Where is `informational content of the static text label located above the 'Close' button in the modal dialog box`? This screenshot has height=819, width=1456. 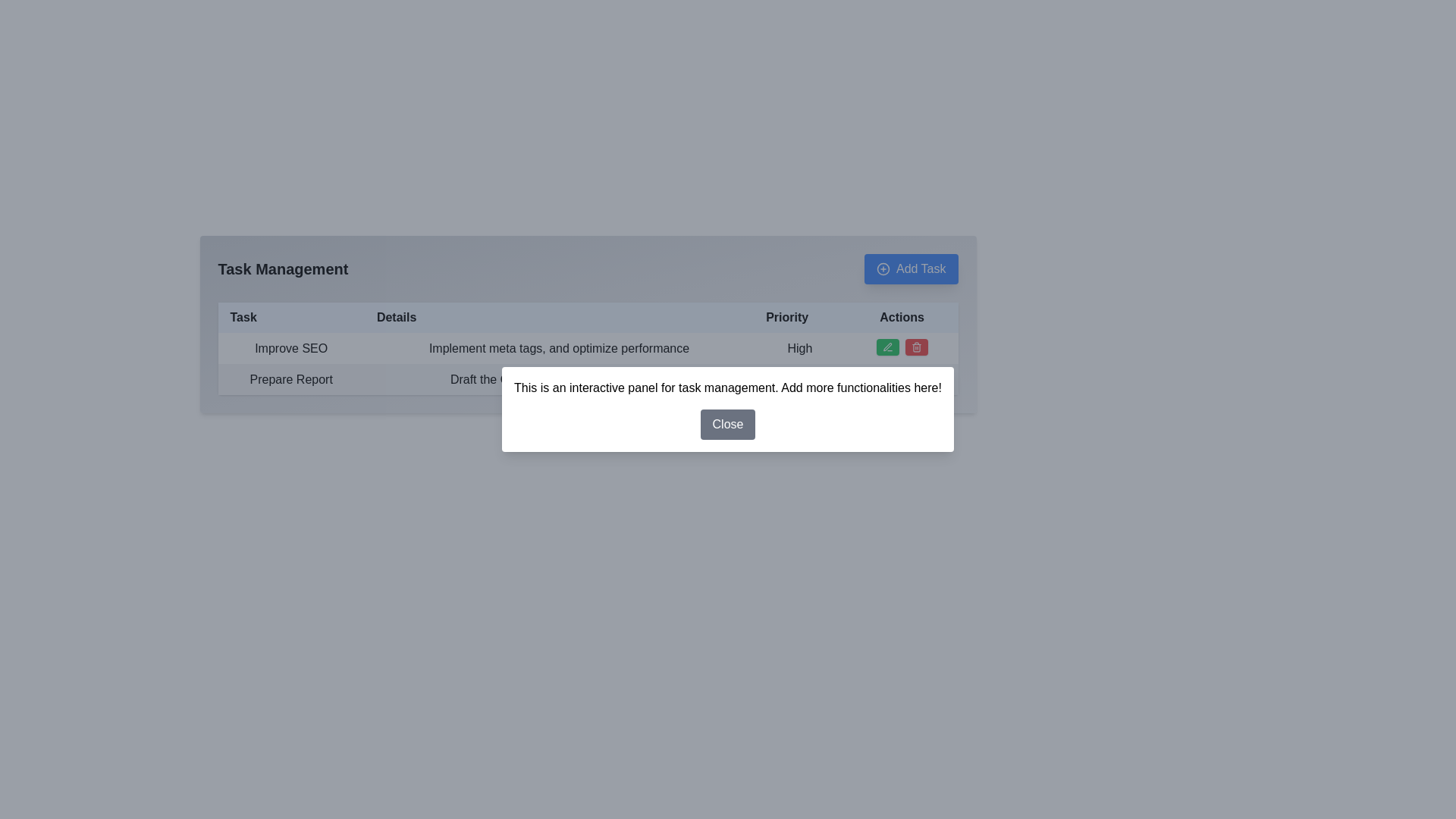
informational content of the static text label located above the 'Close' button in the modal dialog box is located at coordinates (728, 388).